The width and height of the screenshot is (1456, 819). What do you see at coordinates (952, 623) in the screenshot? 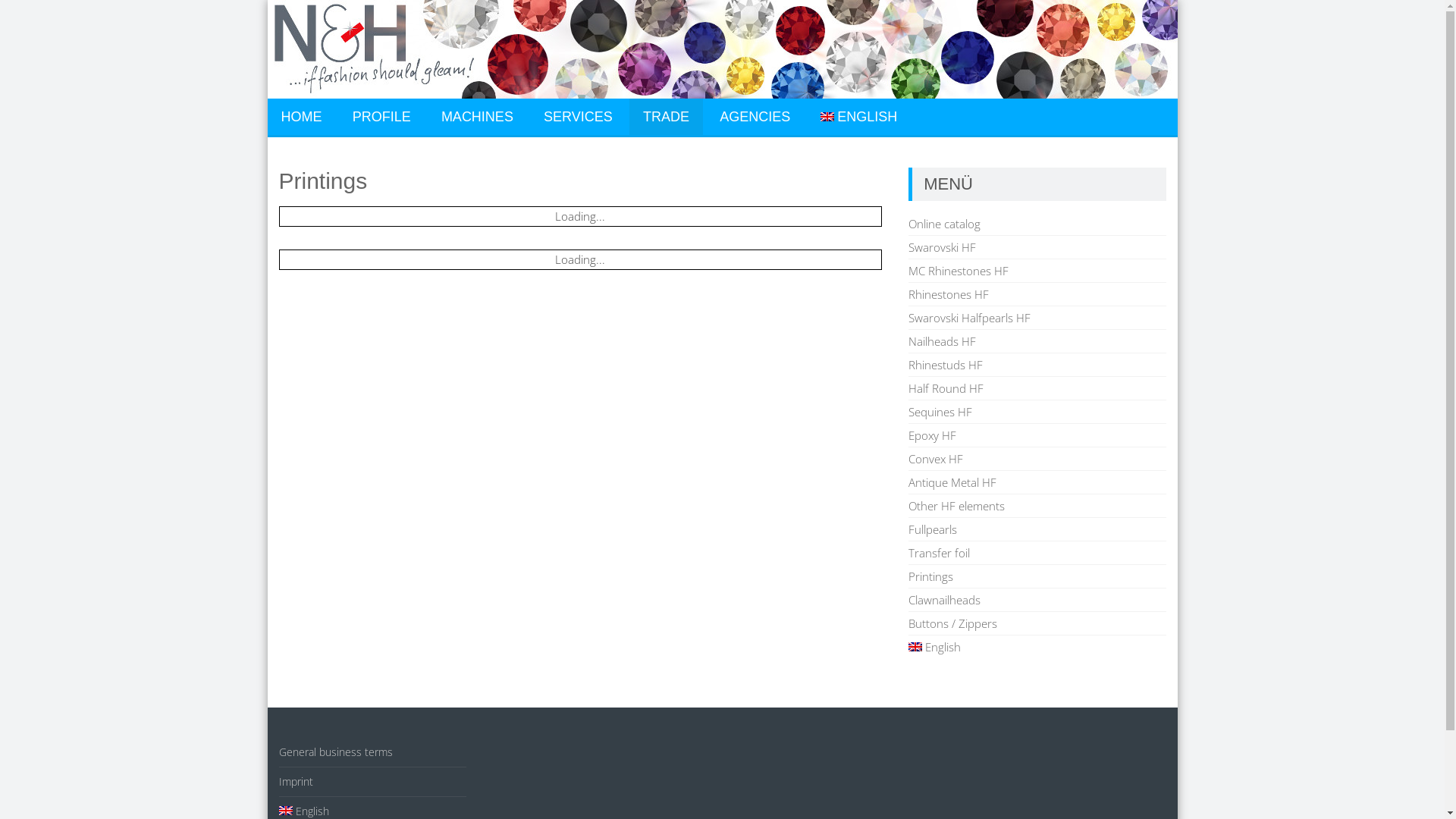
I see `'Buttons / Zippers'` at bounding box center [952, 623].